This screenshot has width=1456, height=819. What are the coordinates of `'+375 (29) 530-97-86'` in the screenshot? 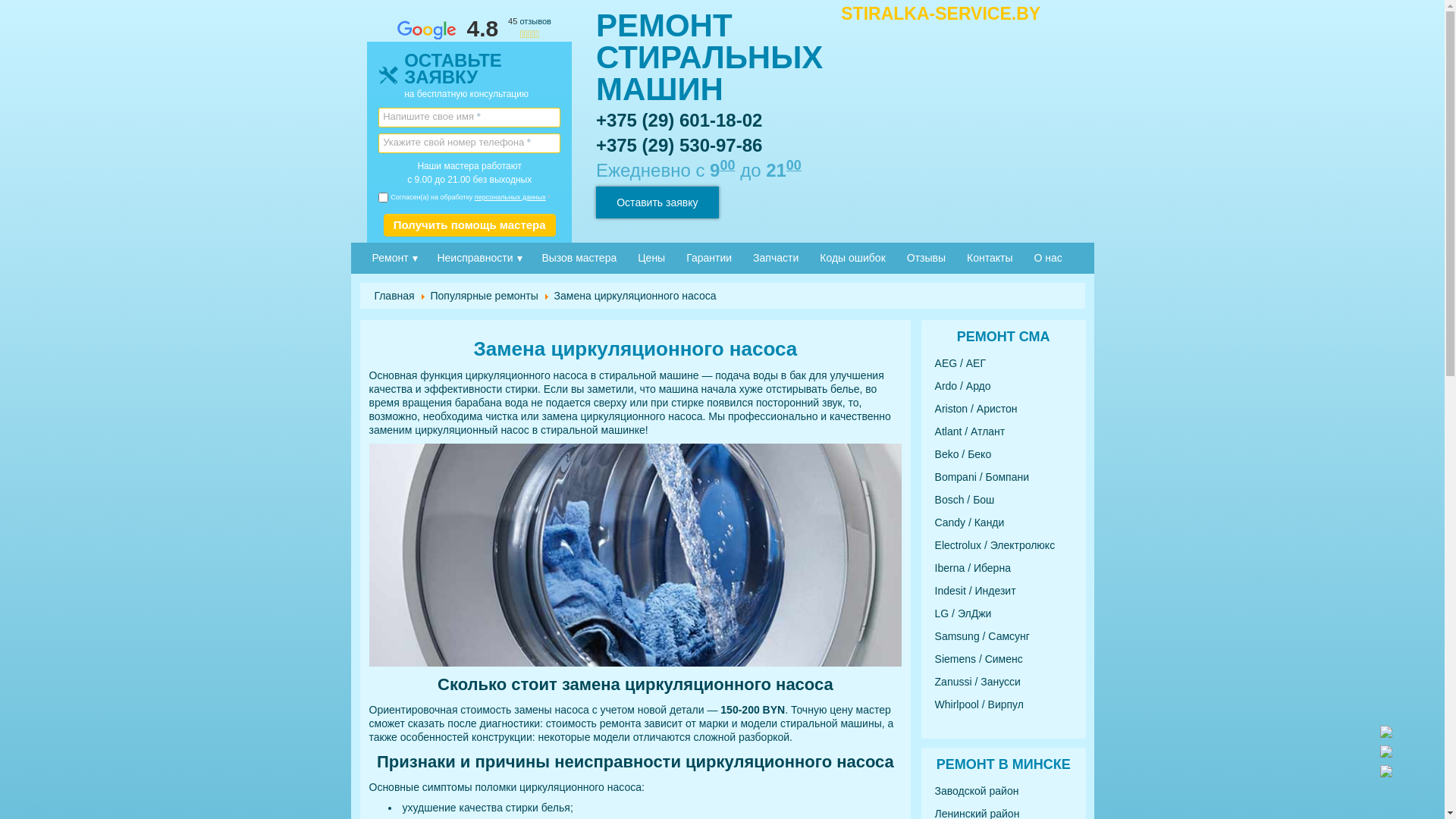 It's located at (679, 145).